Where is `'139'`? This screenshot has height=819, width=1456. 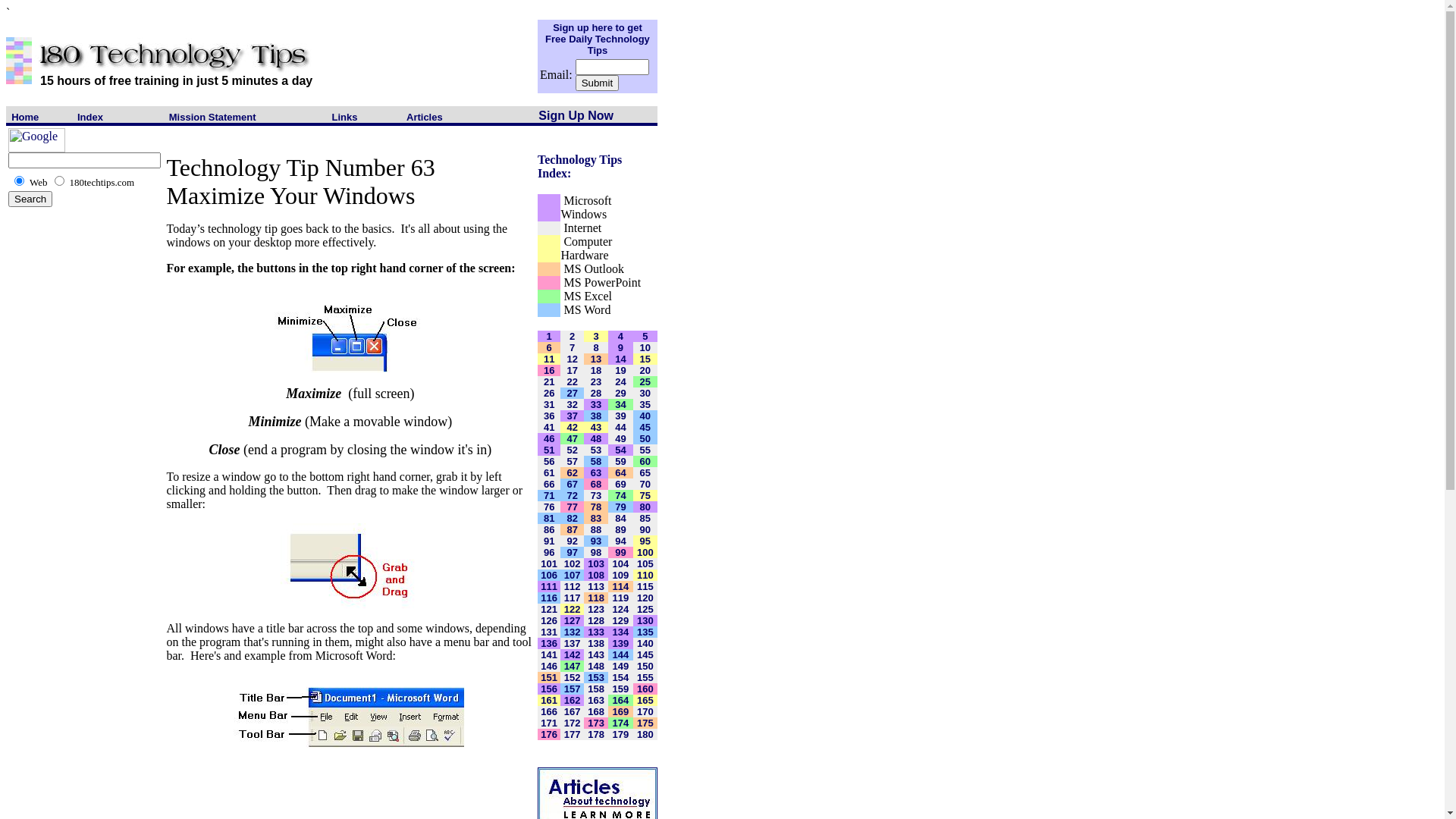
'139' is located at coordinates (621, 642).